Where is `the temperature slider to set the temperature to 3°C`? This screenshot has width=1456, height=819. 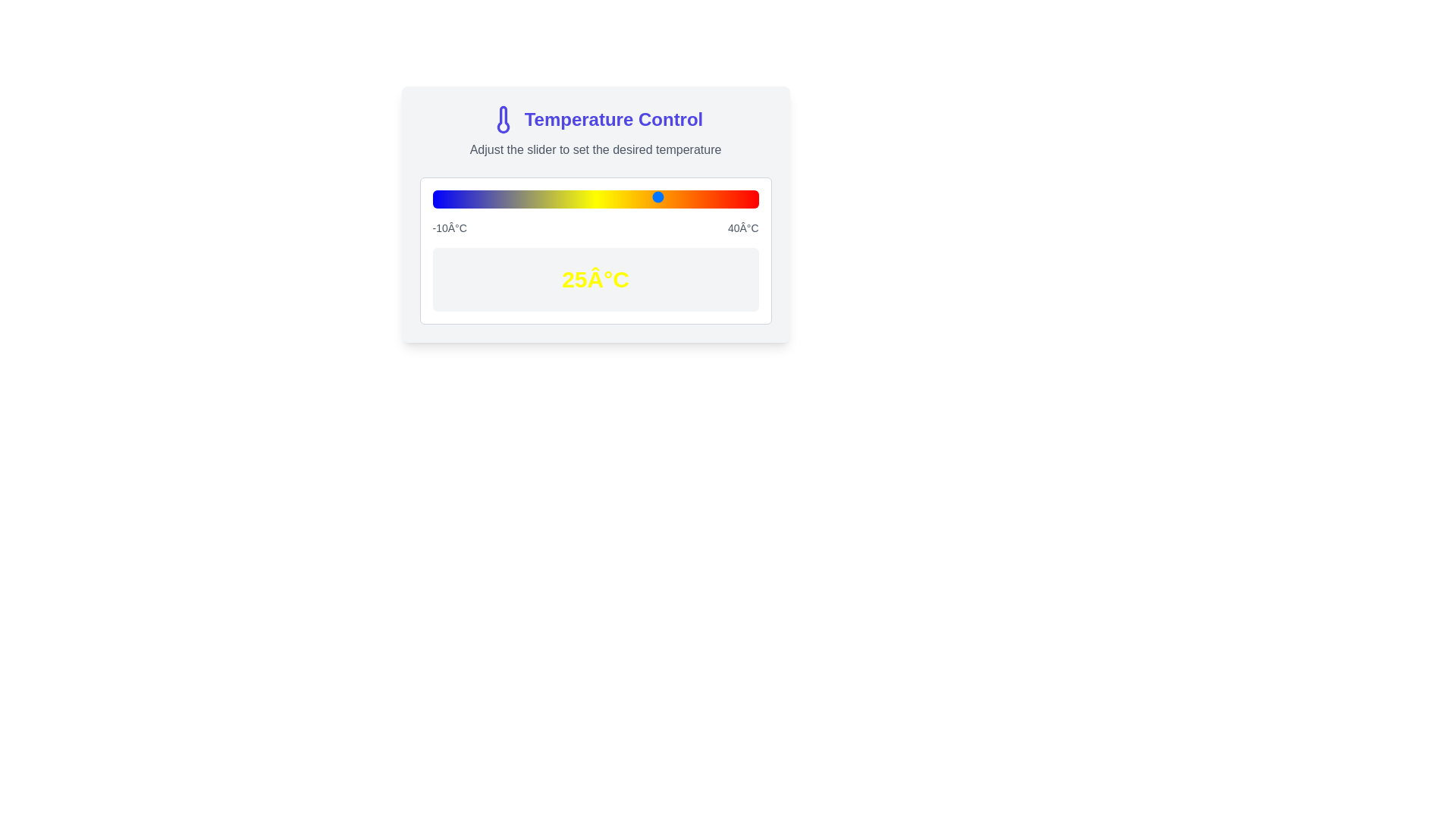
the temperature slider to set the temperature to 3°C is located at coordinates (517, 196).